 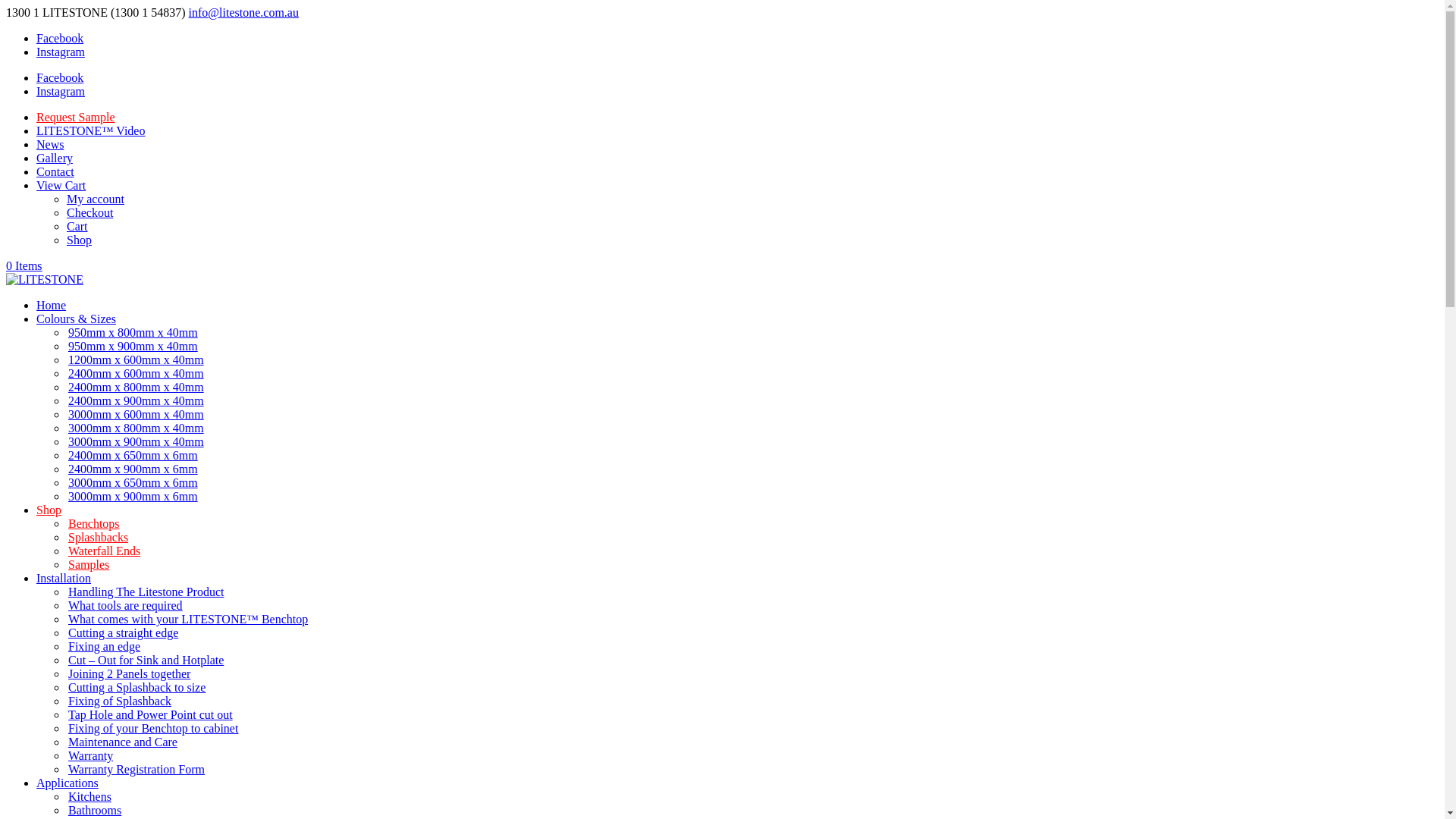 What do you see at coordinates (93, 809) in the screenshot?
I see `'Bathrooms'` at bounding box center [93, 809].